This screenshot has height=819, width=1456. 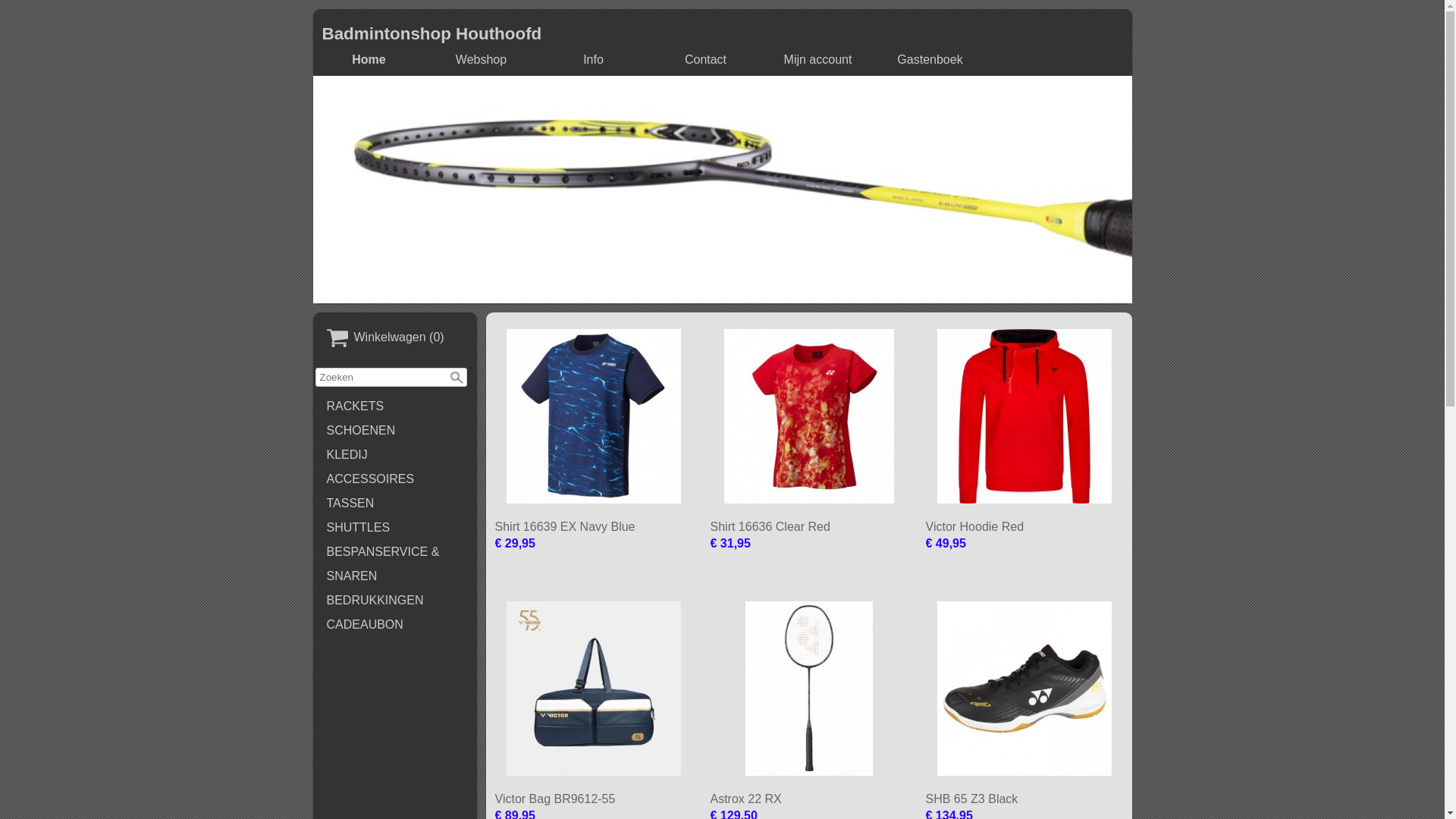 What do you see at coordinates (315, 599) in the screenshot?
I see `'BEDRUKKINGEN'` at bounding box center [315, 599].